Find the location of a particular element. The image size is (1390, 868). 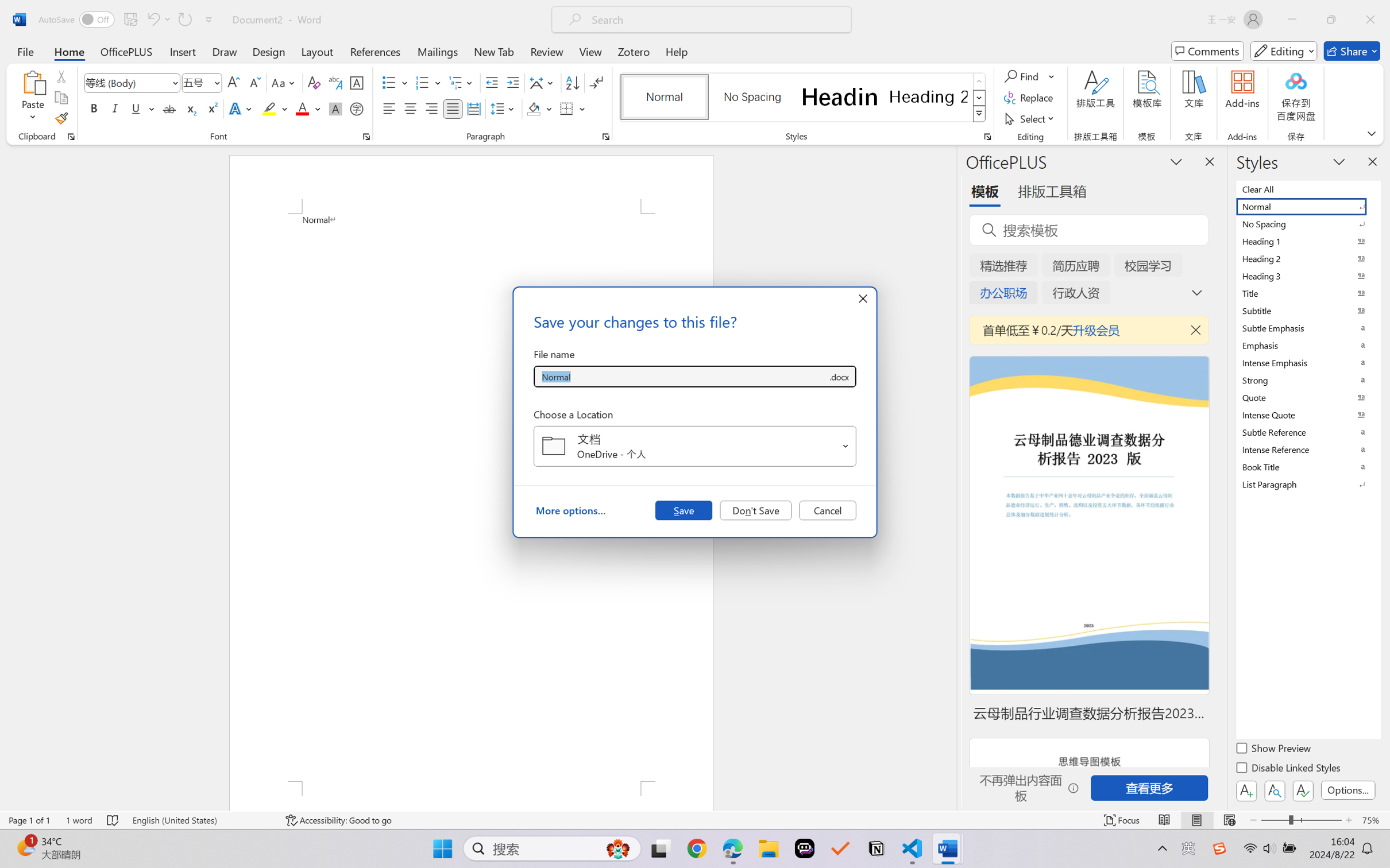

'Undo Apply Quick Style' is located at coordinates (152, 19).